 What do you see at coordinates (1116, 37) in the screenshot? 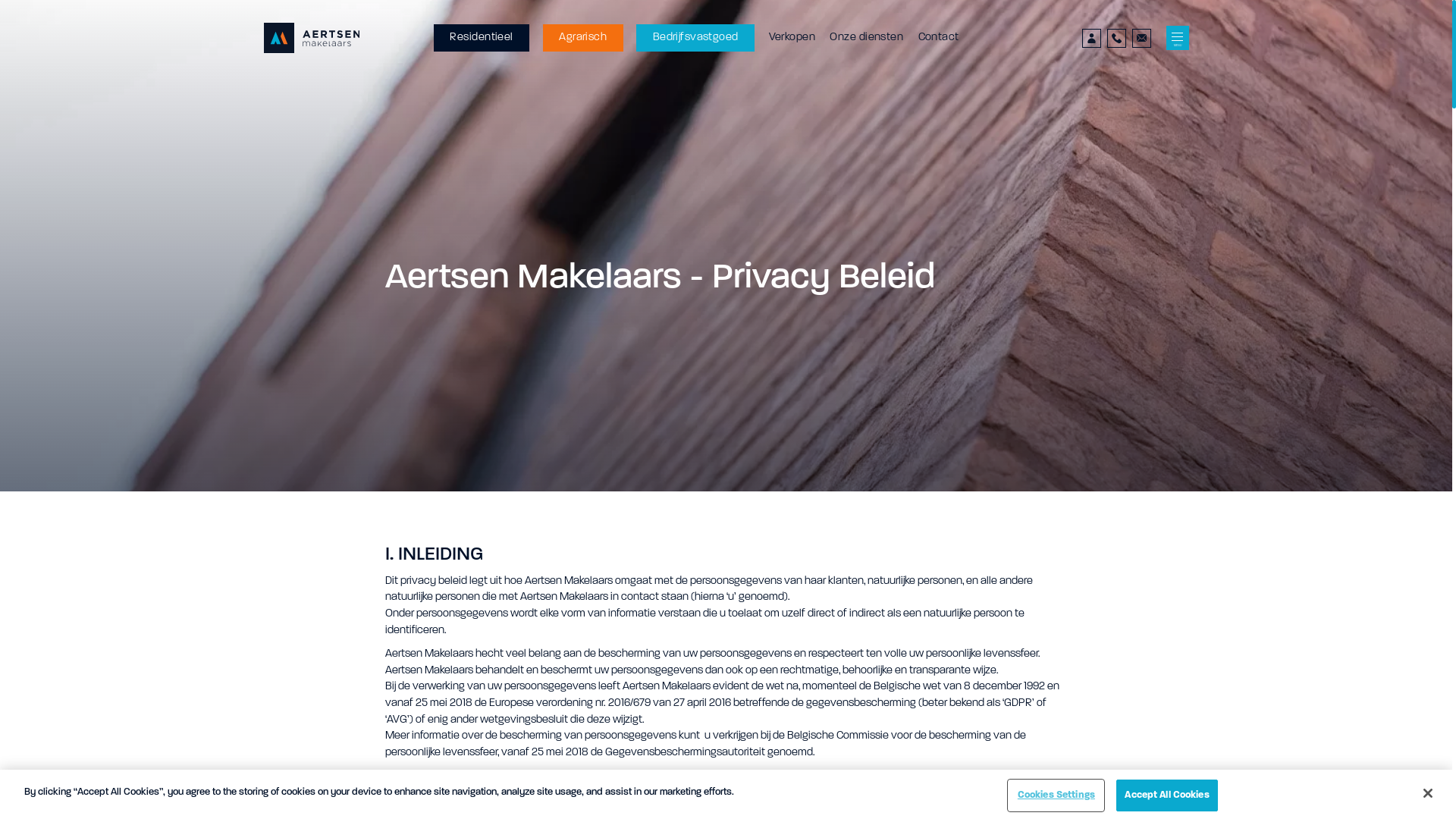
I see `'Bel ons'` at bounding box center [1116, 37].